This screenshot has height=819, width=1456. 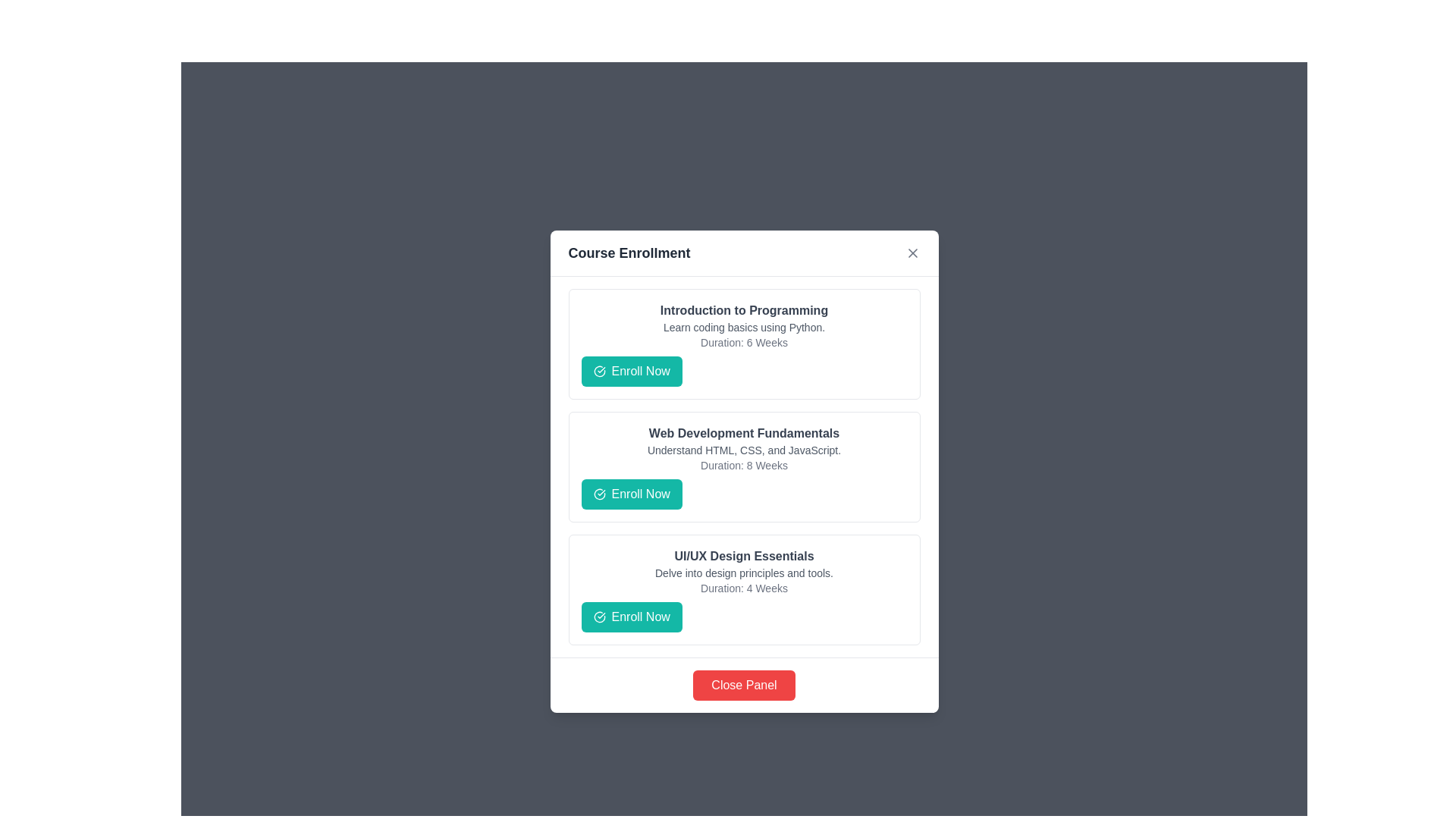 I want to click on the second course informational card in the modal dialog, so click(x=744, y=466).